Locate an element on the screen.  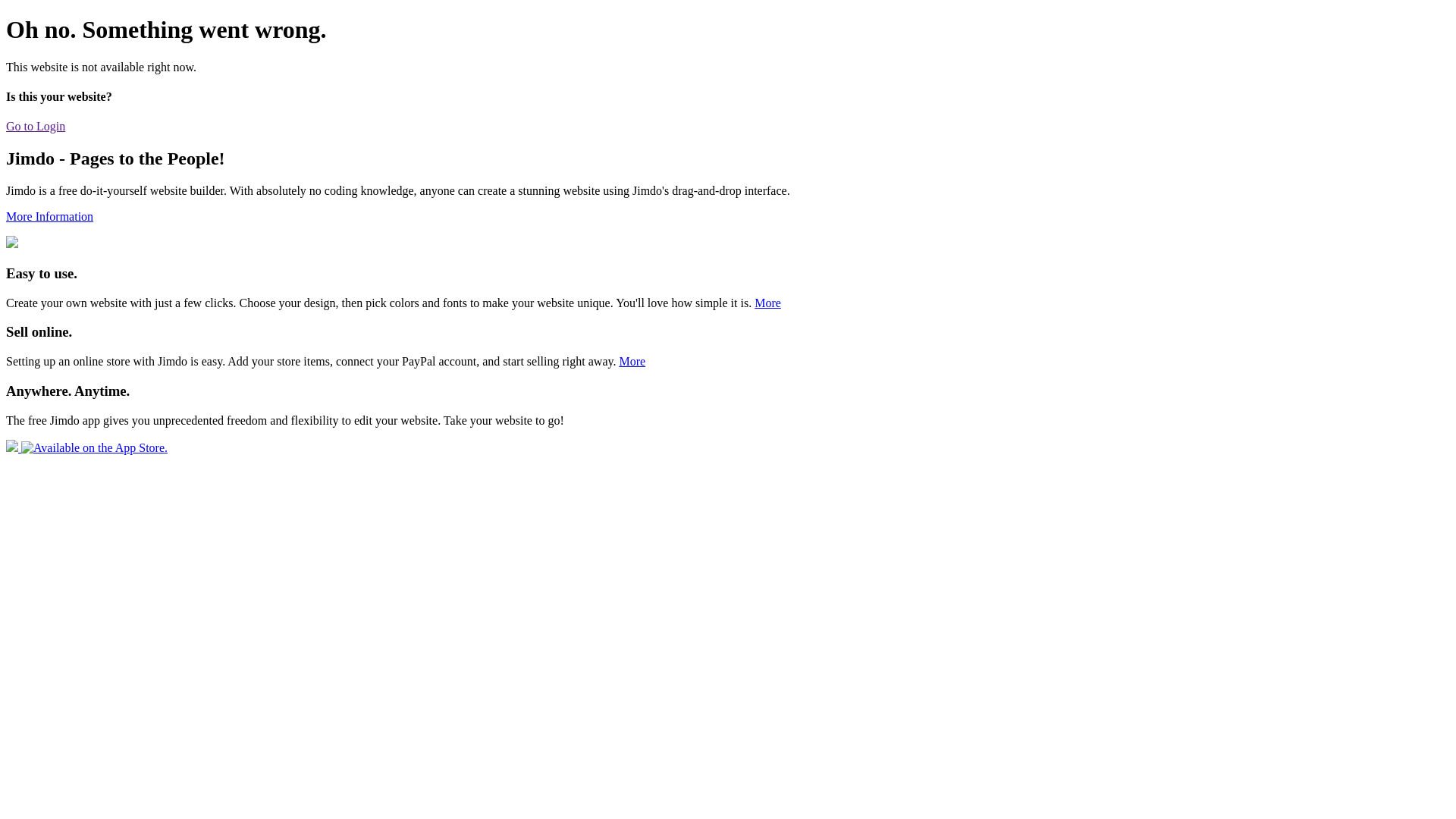
'Available on the App Store.' is located at coordinates (86, 447).